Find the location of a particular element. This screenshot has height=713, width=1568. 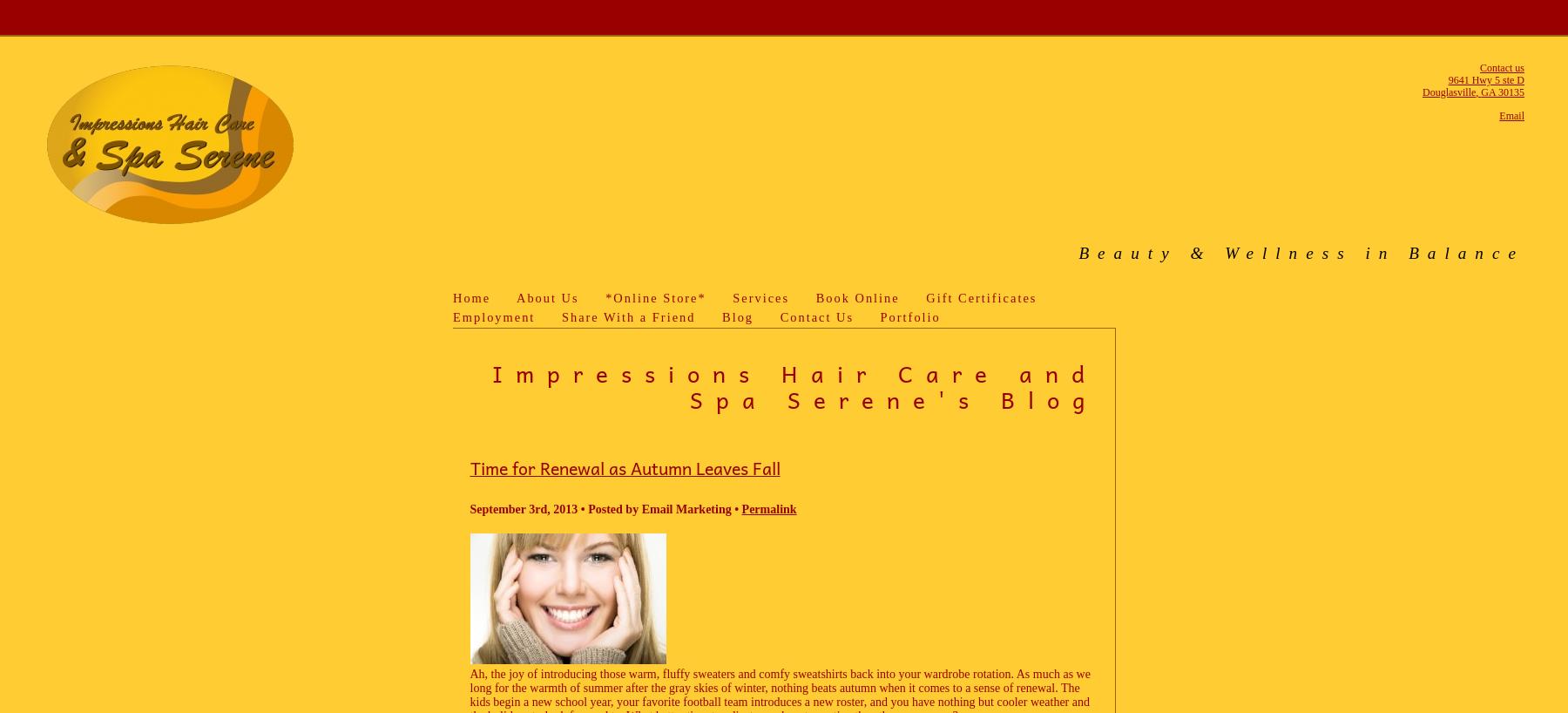

'September 3rd, 2013 • Posted by Email Marketing •' is located at coordinates (604, 508).